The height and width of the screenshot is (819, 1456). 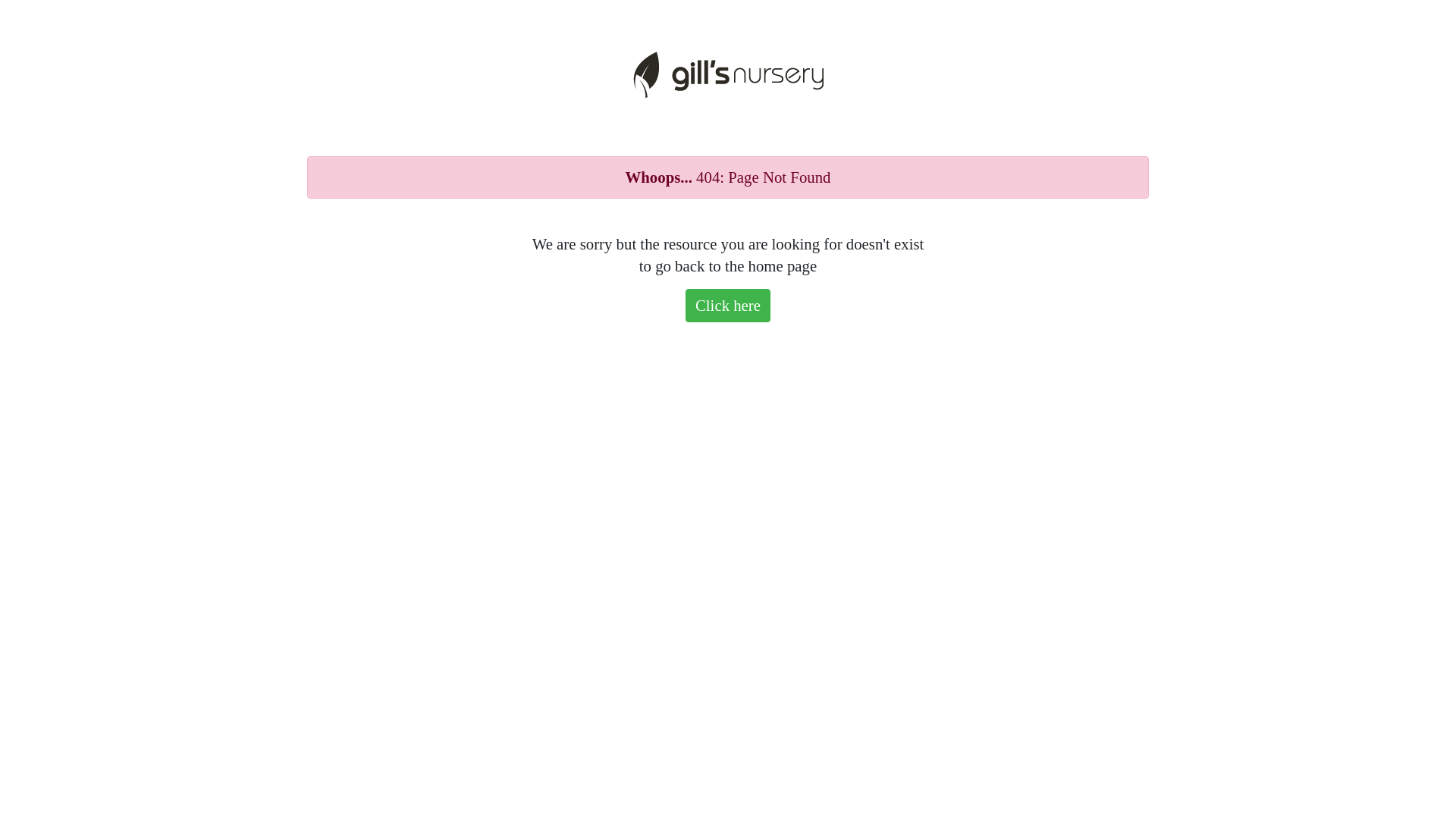 I want to click on 'Click here', so click(x=728, y=305).